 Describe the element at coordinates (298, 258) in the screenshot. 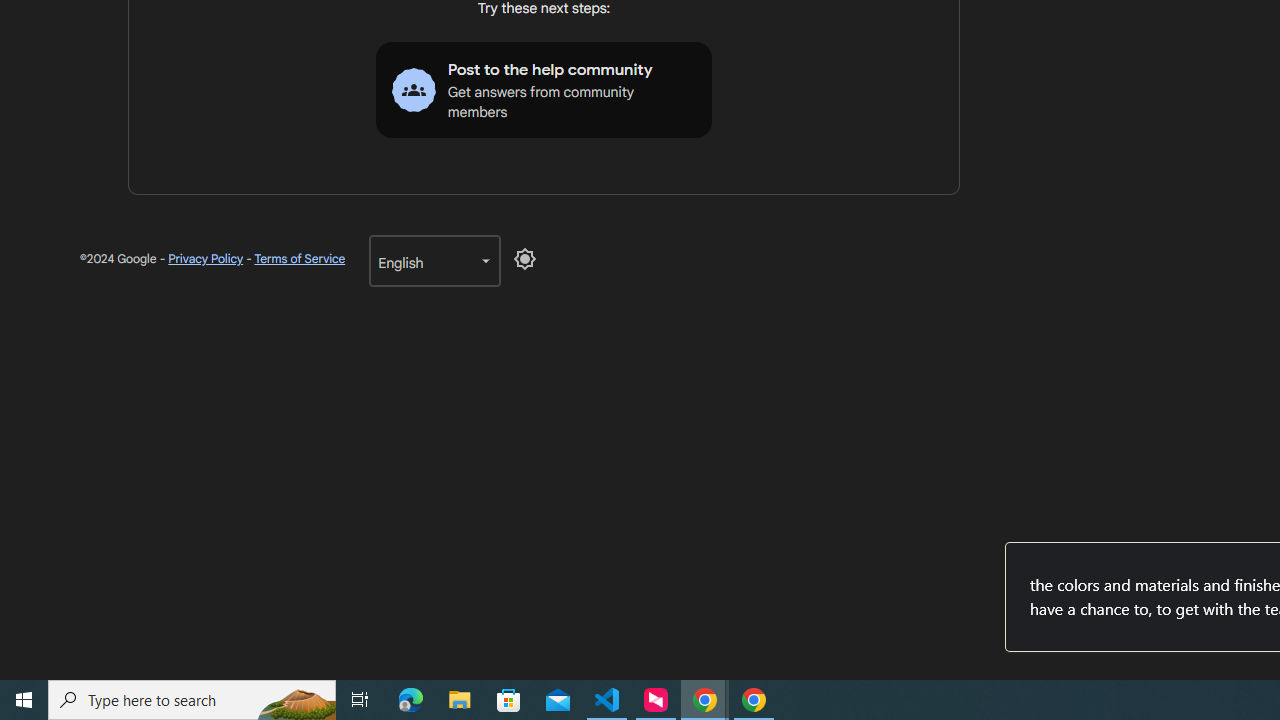

I see `'Terms of Service'` at that location.